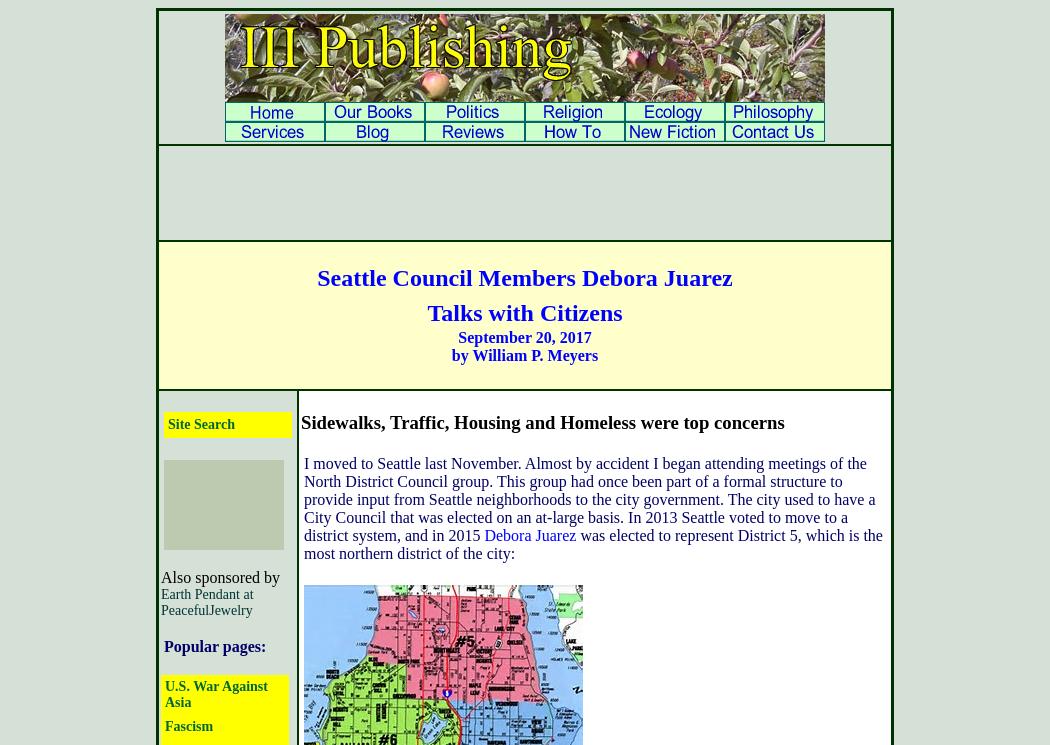 This screenshot has width=1050, height=745. I want to click on 'by William P. Meyers', so click(523, 355).